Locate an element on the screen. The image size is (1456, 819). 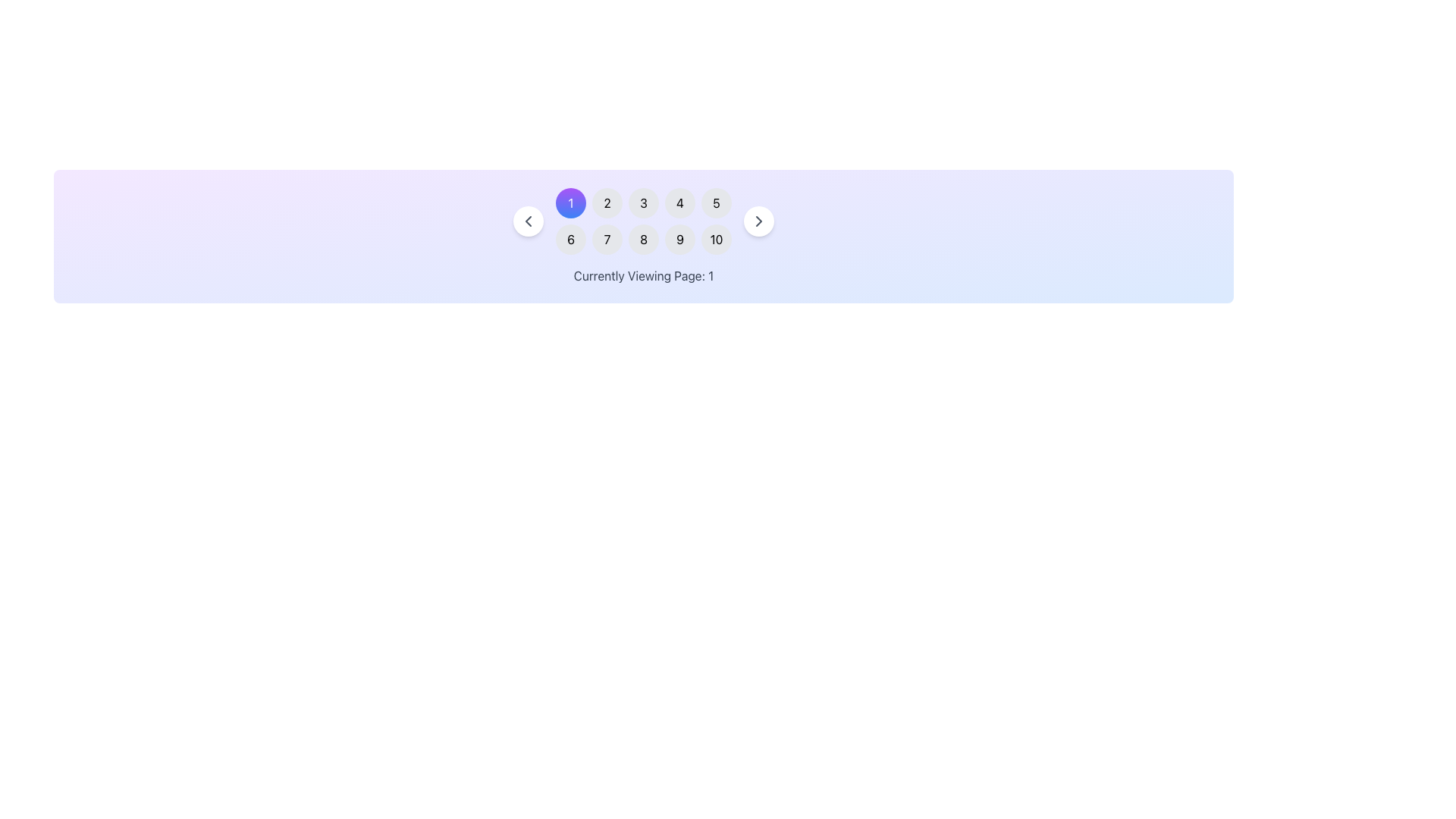
the navigation button for the tenth page located in the second row and fifth column of the grid layout is located at coordinates (716, 239).